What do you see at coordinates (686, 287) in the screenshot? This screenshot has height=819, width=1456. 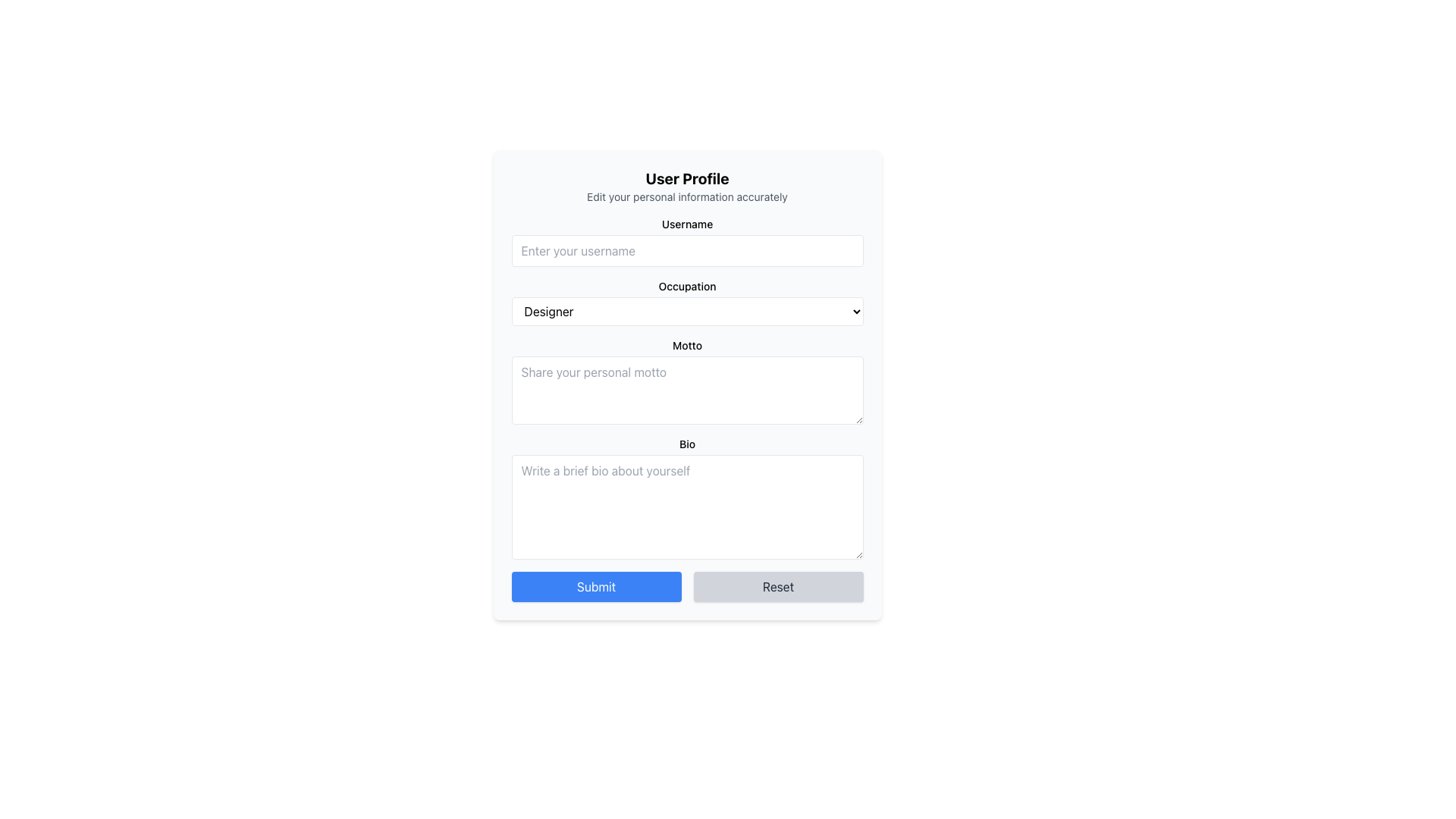 I see `the label that guides the user to select their occupation, positioned above the dropdown menu for occupation options` at bounding box center [686, 287].